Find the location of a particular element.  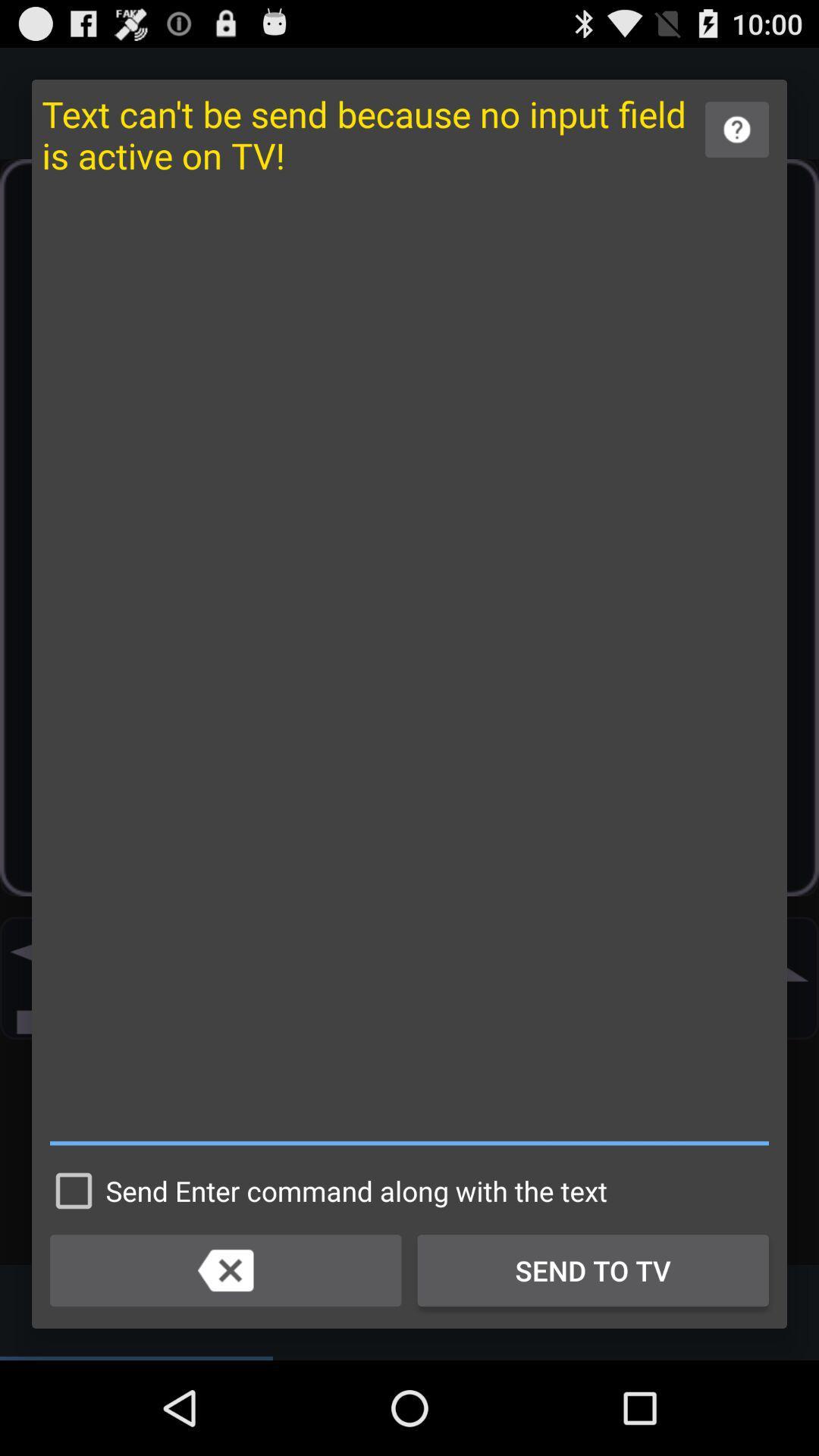

item is located at coordinates (409, 668).